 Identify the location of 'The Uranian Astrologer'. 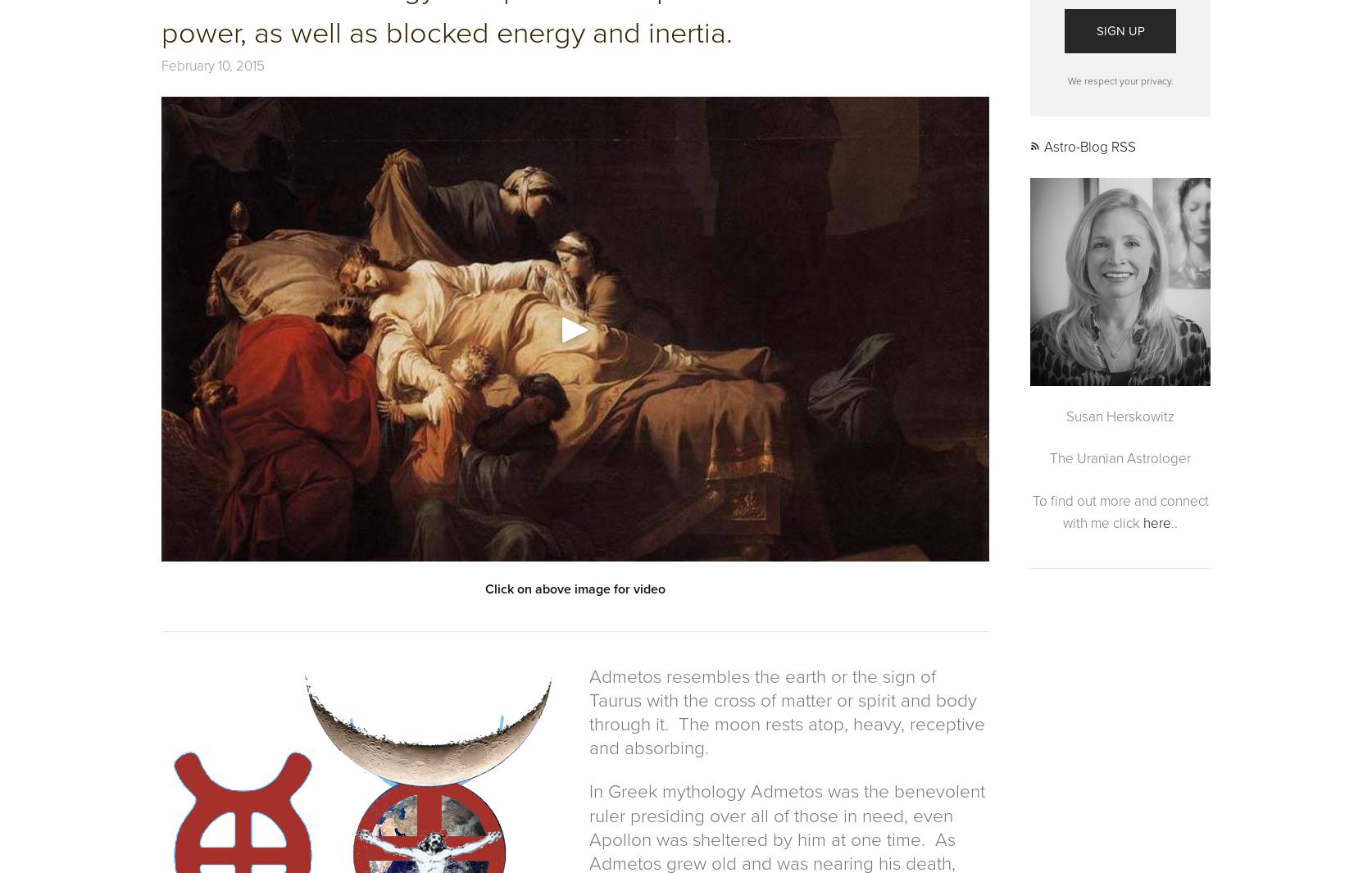
(1119, 458).